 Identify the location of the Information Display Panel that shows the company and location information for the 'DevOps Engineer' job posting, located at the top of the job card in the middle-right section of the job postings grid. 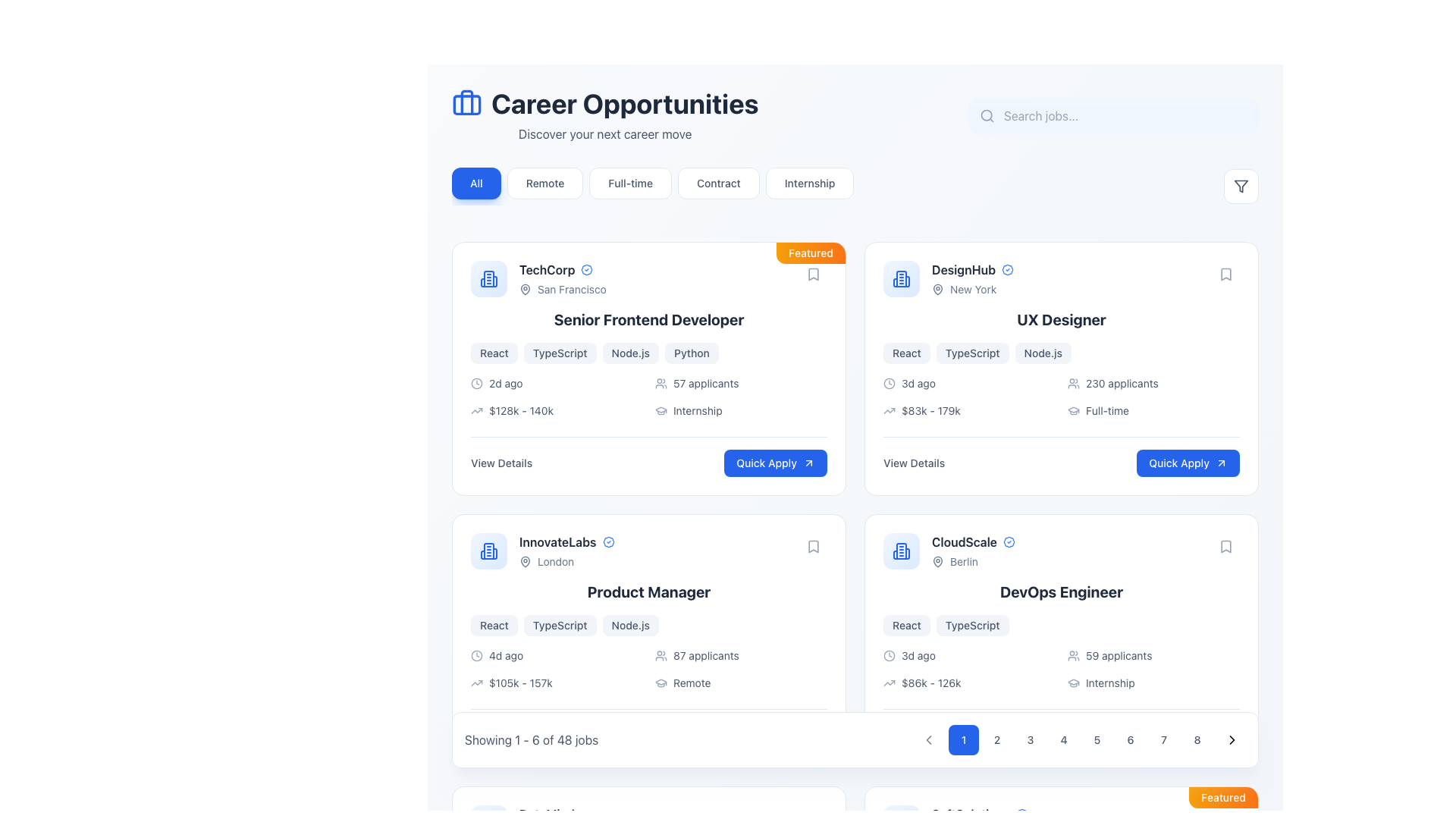
(1061, 551).